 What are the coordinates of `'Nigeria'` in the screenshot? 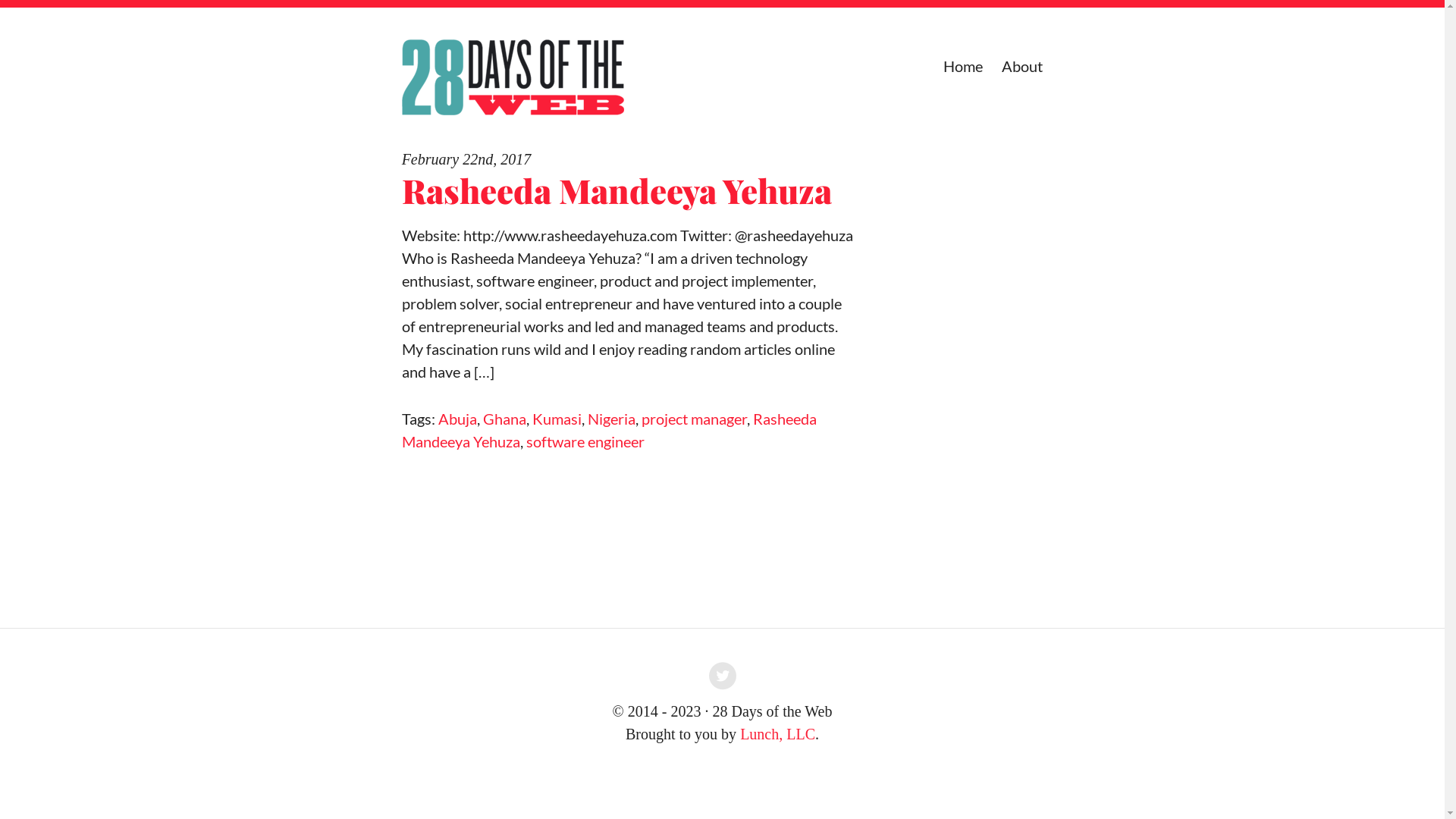 It's located at (611, 418).